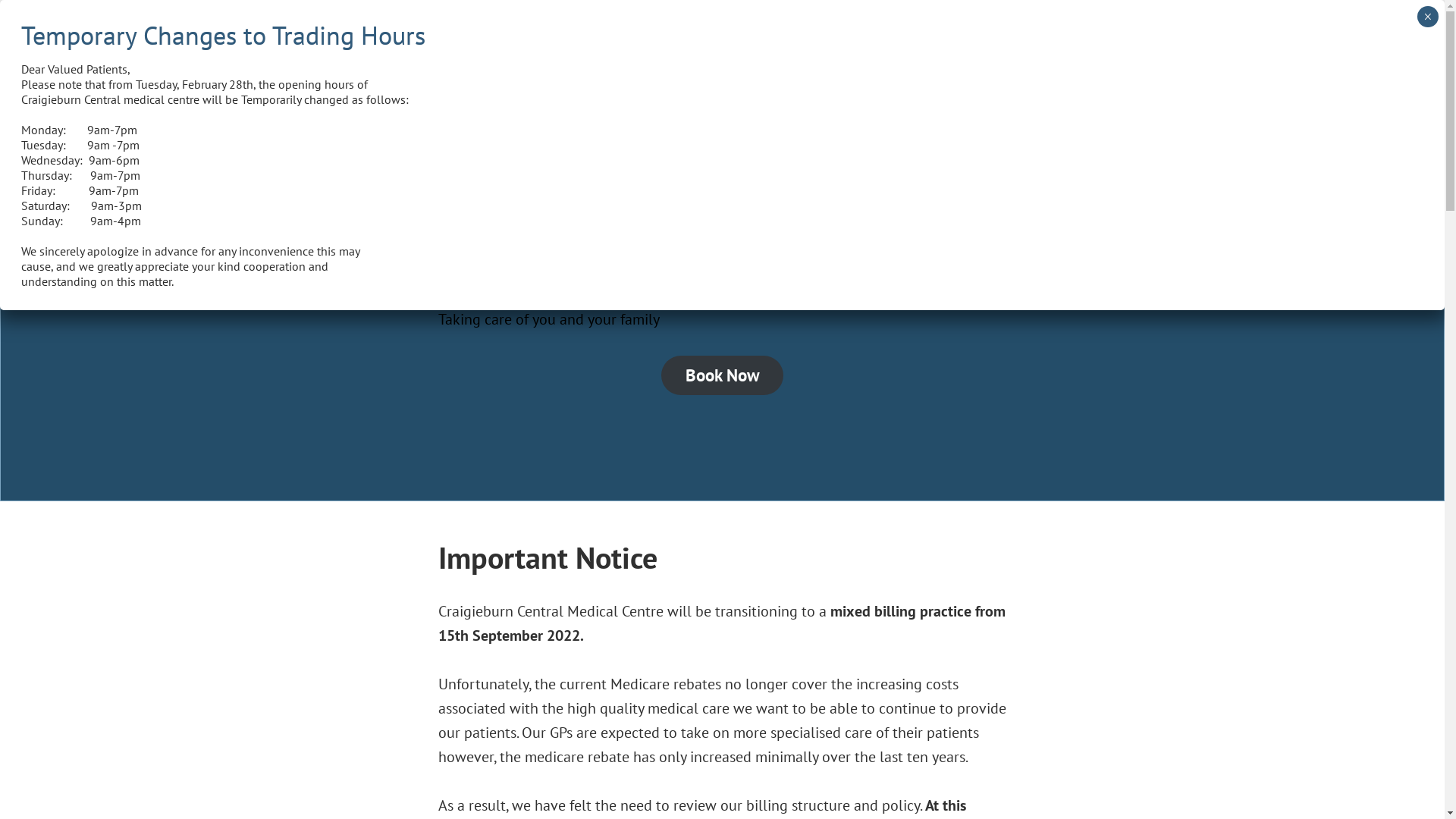  Describe the element at coordinates (722, 375) in the screenshot. I see `'Book Now'` at that location.